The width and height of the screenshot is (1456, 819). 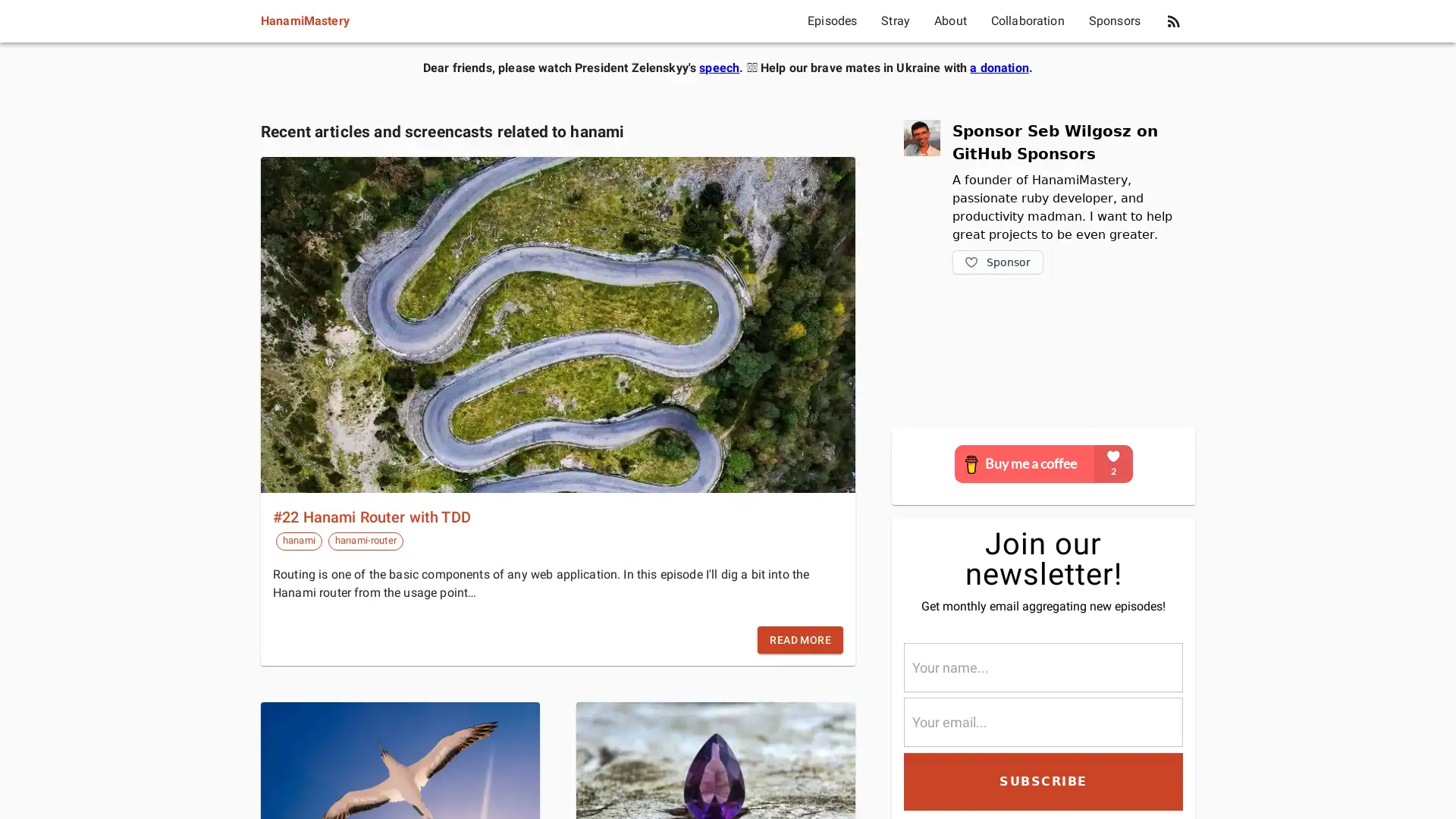 What do you see at coordinates (298, 540) in the screenshot?
I see `hanami` at bounding box center [298, 540].